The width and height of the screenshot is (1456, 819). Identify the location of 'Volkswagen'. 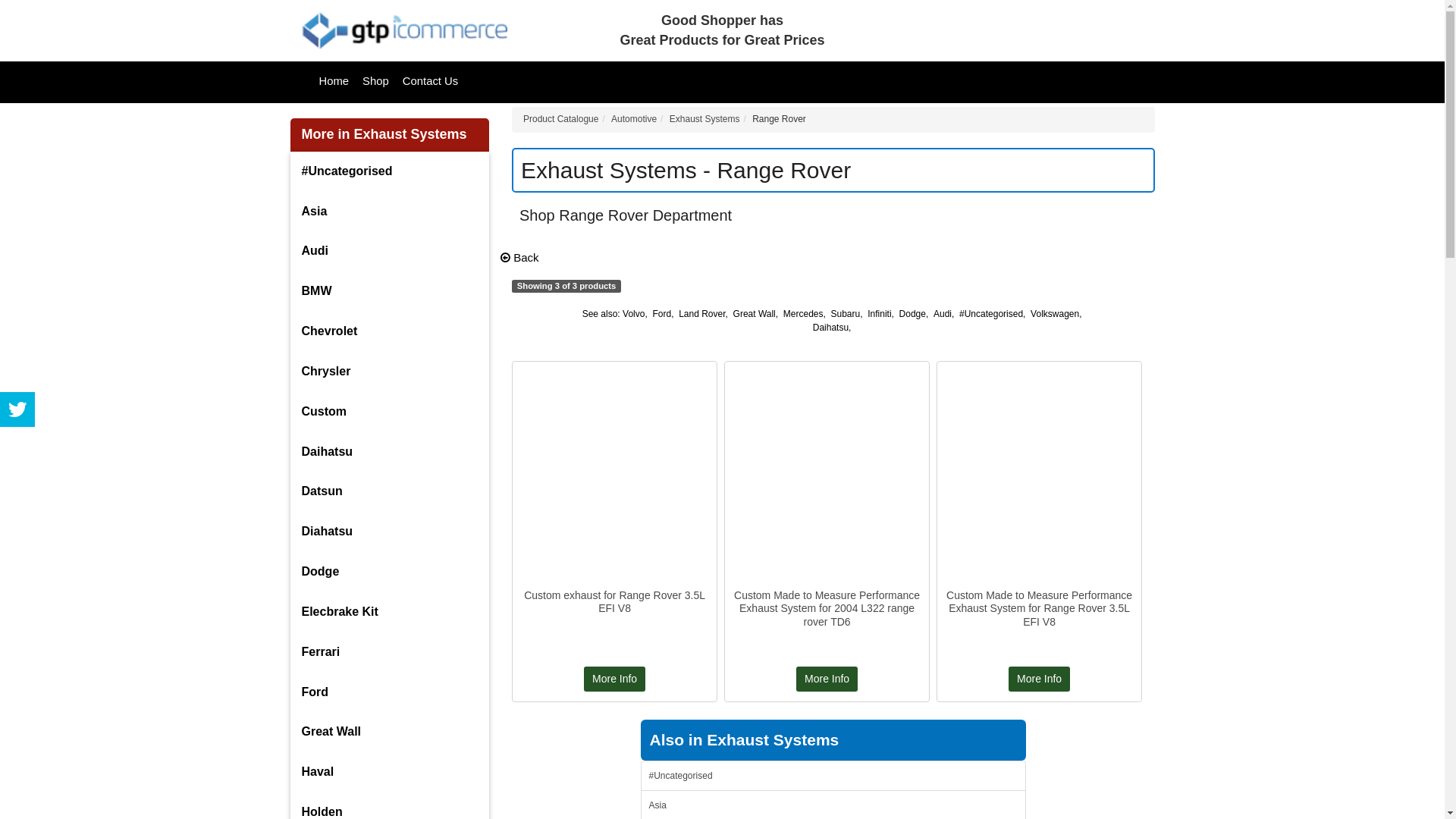
(1054, 312).